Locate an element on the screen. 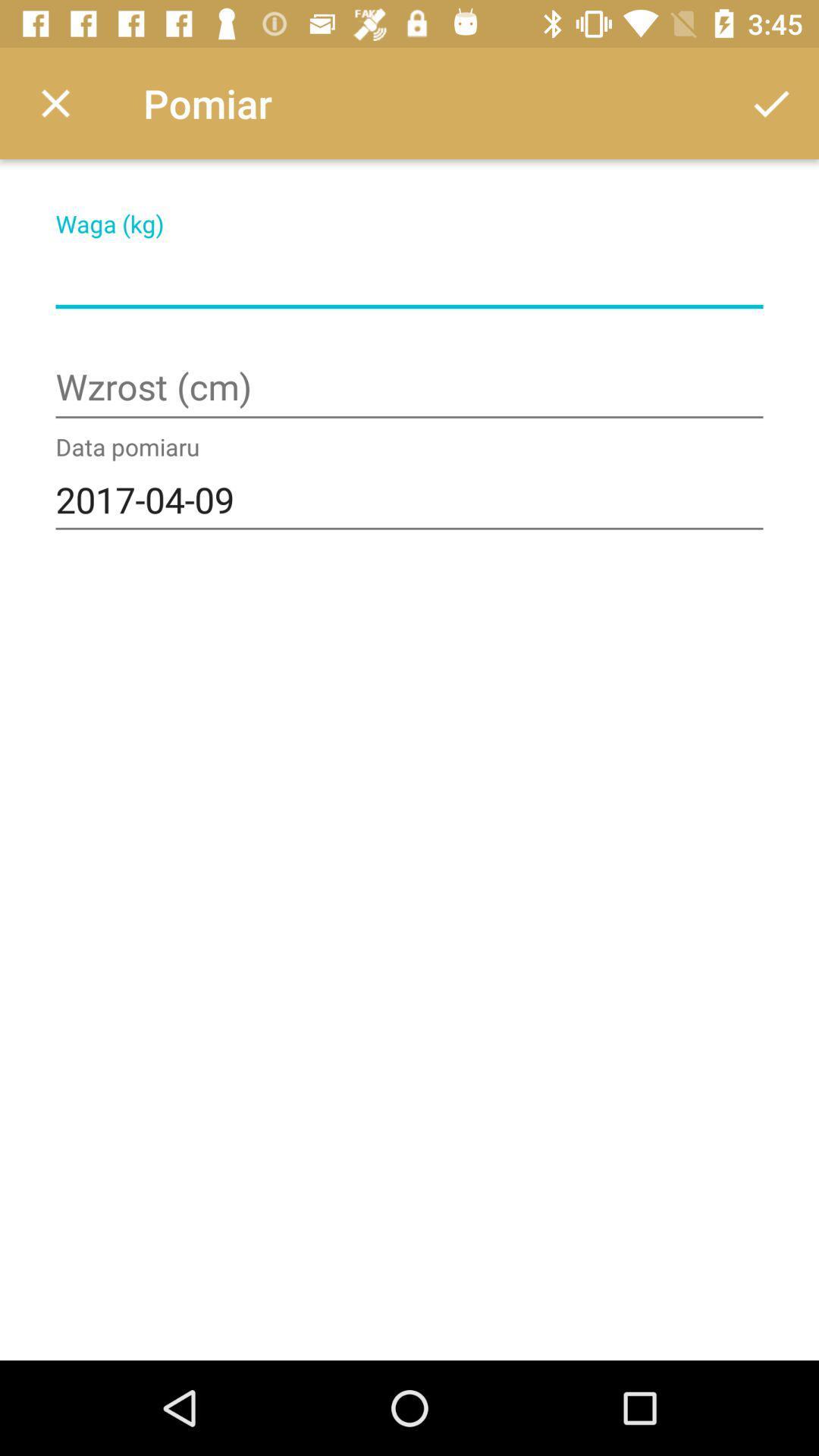 Image resolution: width=819 pixels, height=1456 pixels. change weight is located at coordinates (409, 277).